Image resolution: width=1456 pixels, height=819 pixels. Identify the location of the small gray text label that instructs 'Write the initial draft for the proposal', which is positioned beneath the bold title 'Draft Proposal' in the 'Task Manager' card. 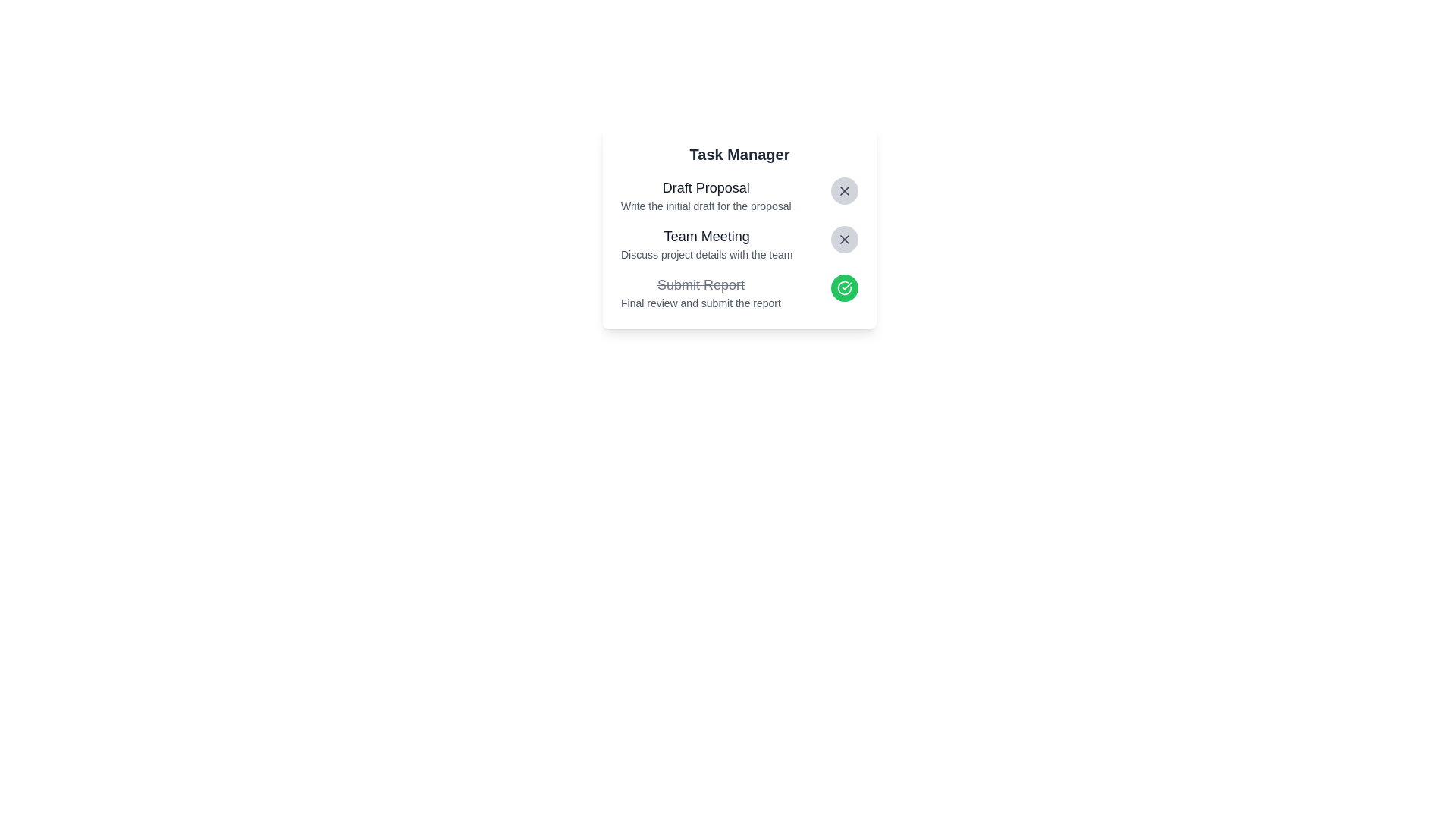
(705, 206).